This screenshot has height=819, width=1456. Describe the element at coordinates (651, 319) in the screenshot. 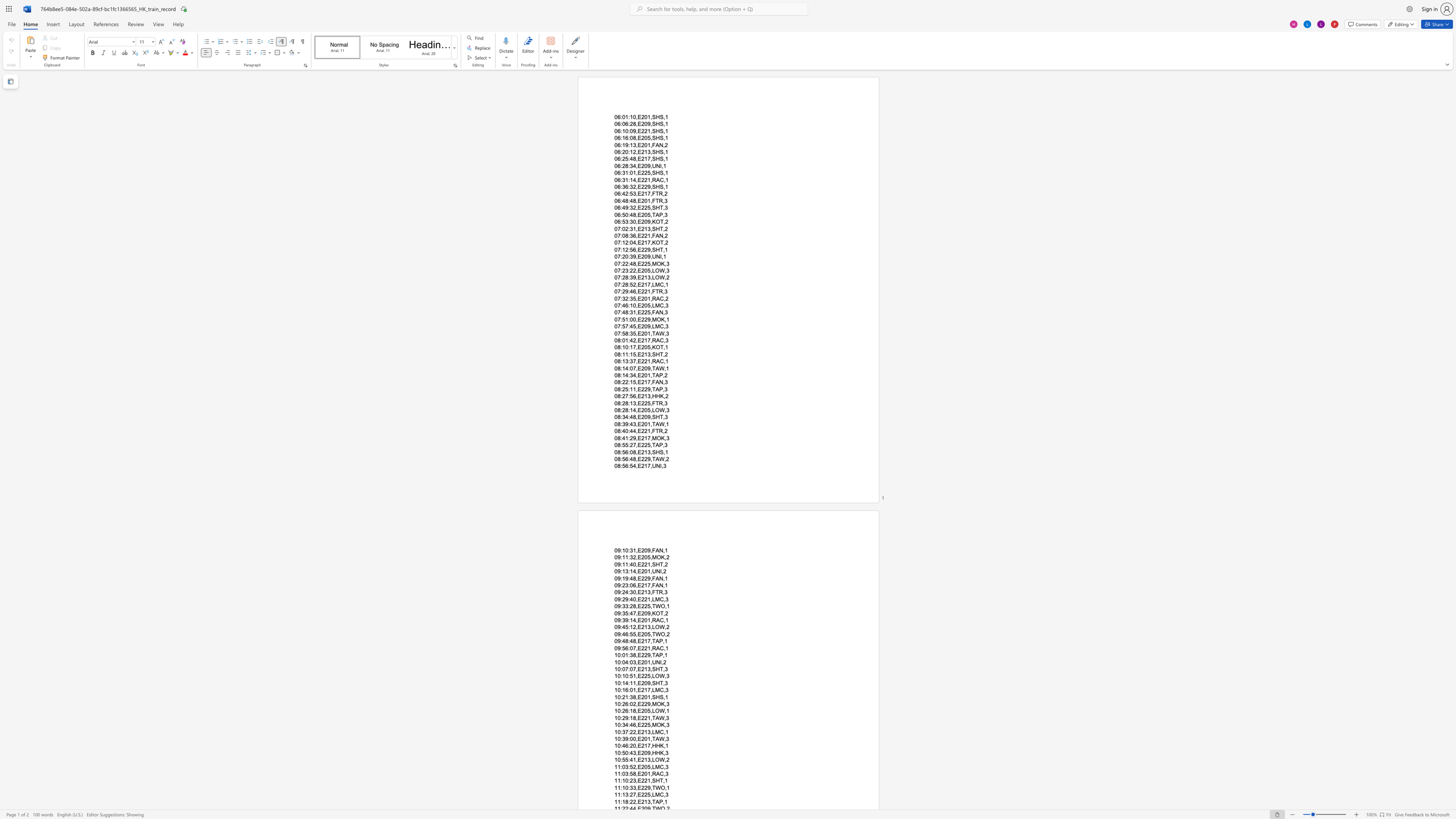

I see `the subset text "MO" within the text "07:51:00,E229,MOK,1"` at that location.